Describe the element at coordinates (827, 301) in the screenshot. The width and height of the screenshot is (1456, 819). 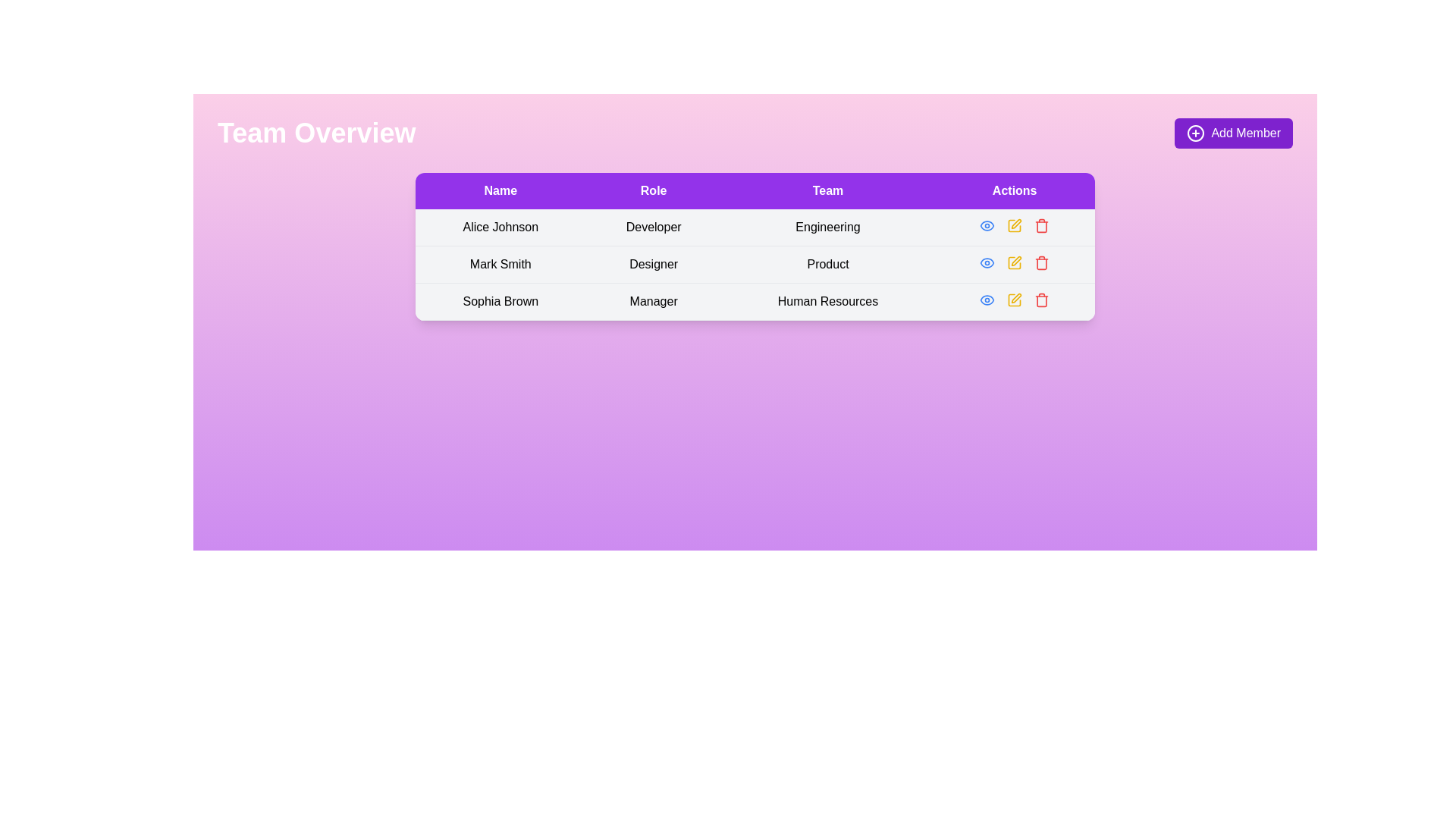
I see `the text content of the Table text cell labeled 'Human Resources' in the third row under the 'Team' column, associated with 'Sophia Brown' and 'Manager'` at that location.